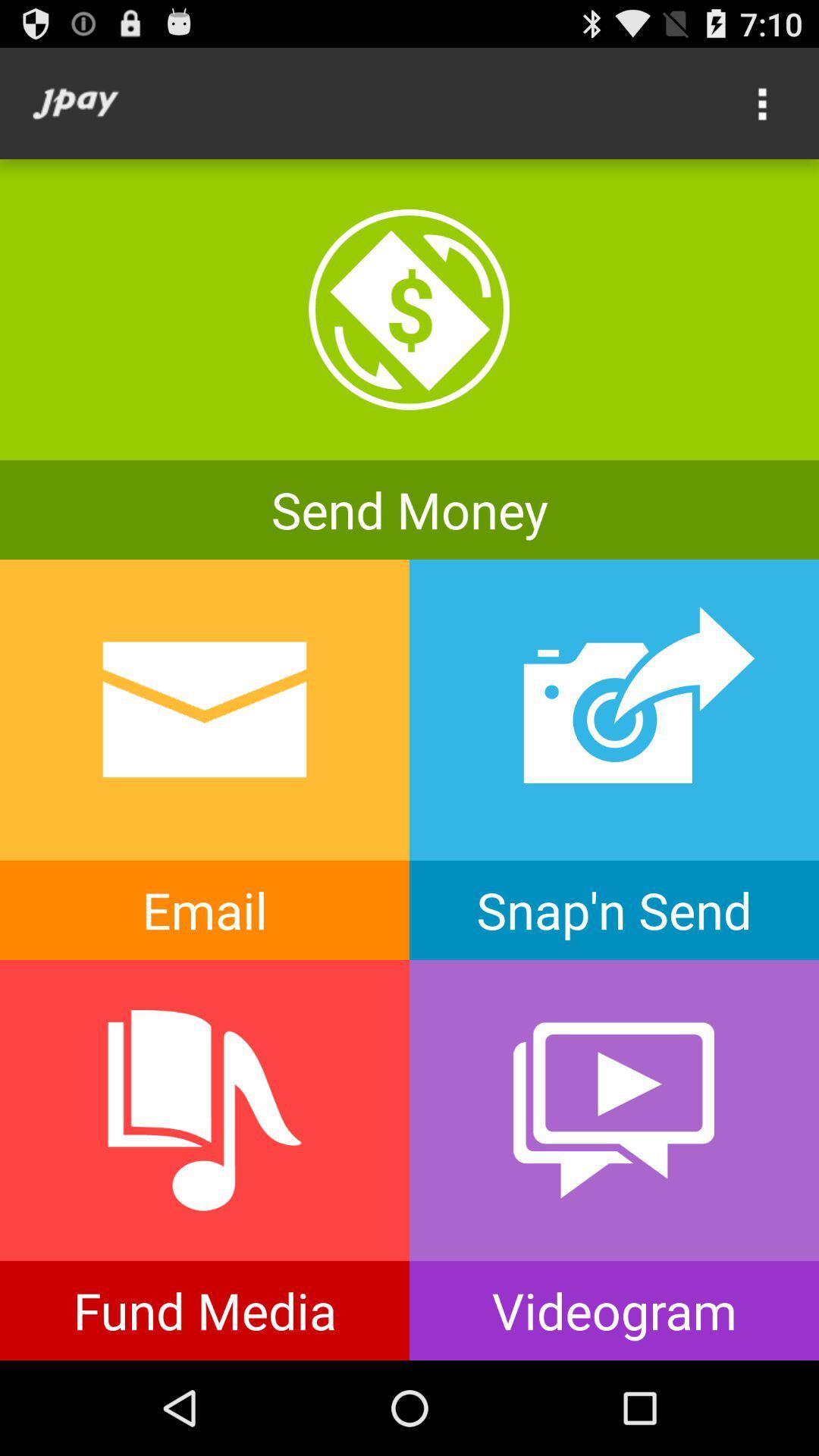 Image resolution: width=819 pixels, height=1456 pixels. Describe the element at coordinates (205, 760) in the screenshot. I see `email` at that location.